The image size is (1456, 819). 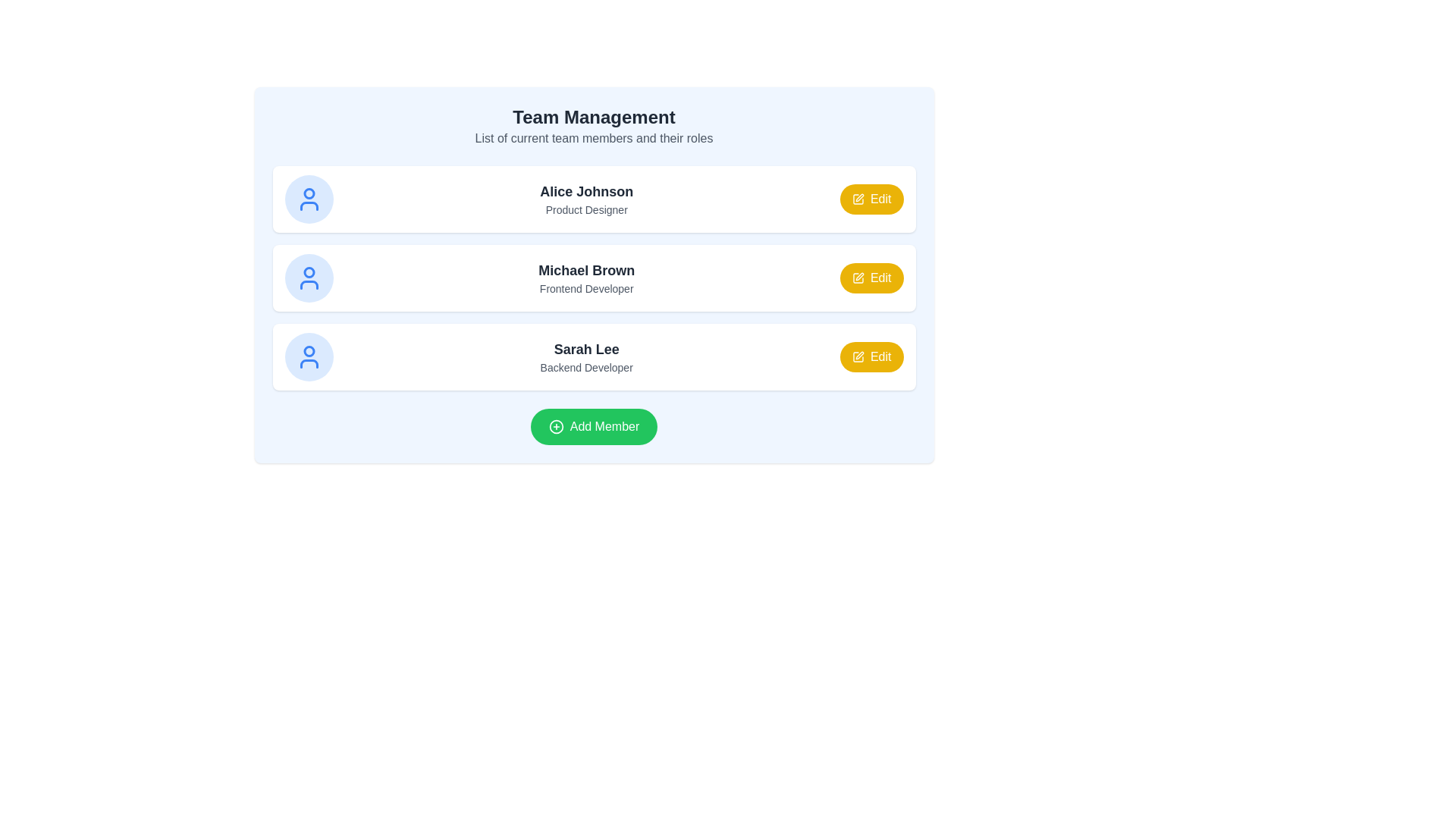 What do you see at coordinates (585, 198) in the screenshot?
I see `the Text Display element that shows 'Alice Johnson' and 'Product Designer', located in the second item of the team members list` at bounding box center [585, 198].